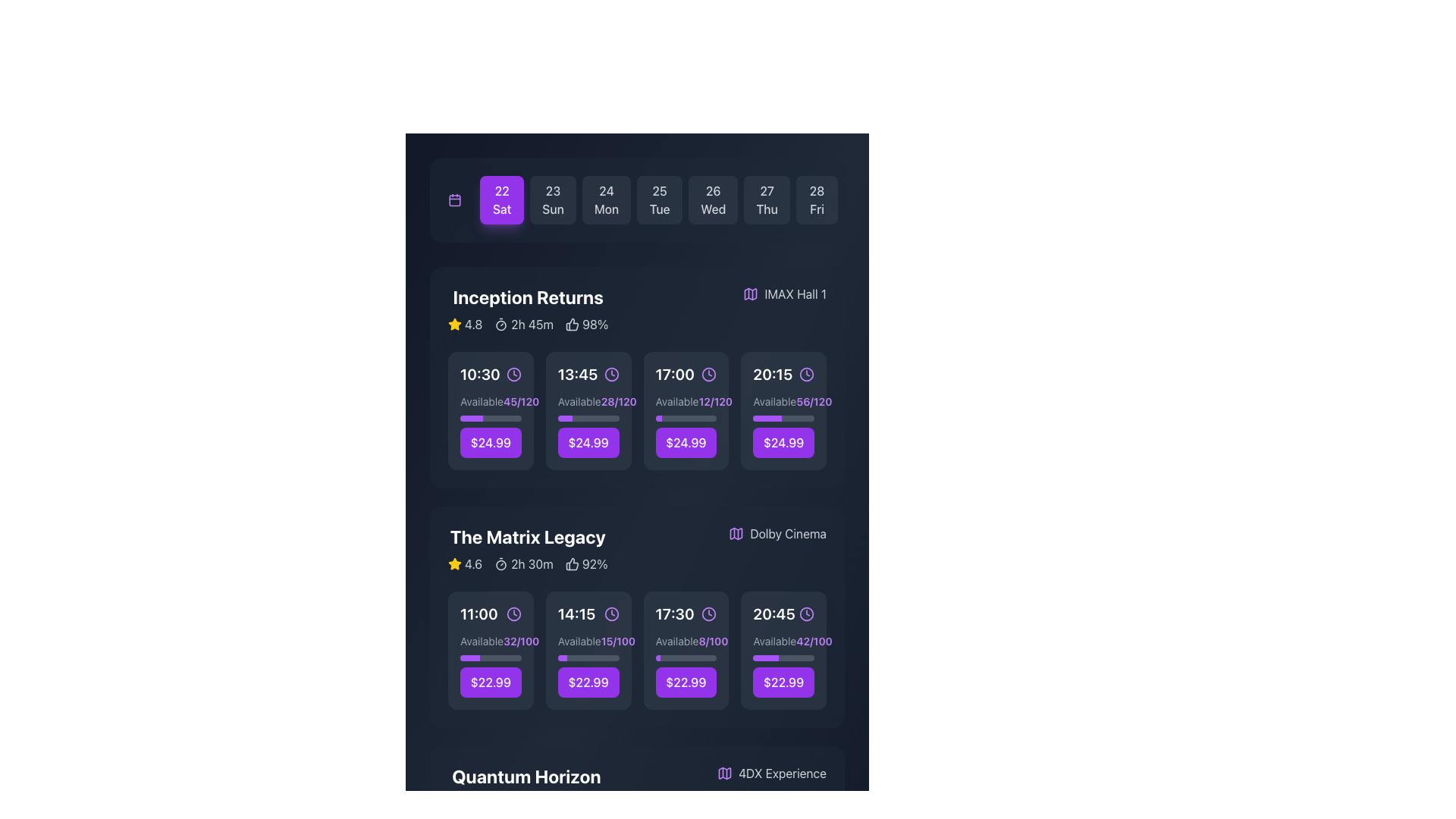  I want to click on the informational label indicating the duration of the related item in the sequence below 'Inception Returns', which is positioned between the star rating and the percentage indicator, so click(524, 324).